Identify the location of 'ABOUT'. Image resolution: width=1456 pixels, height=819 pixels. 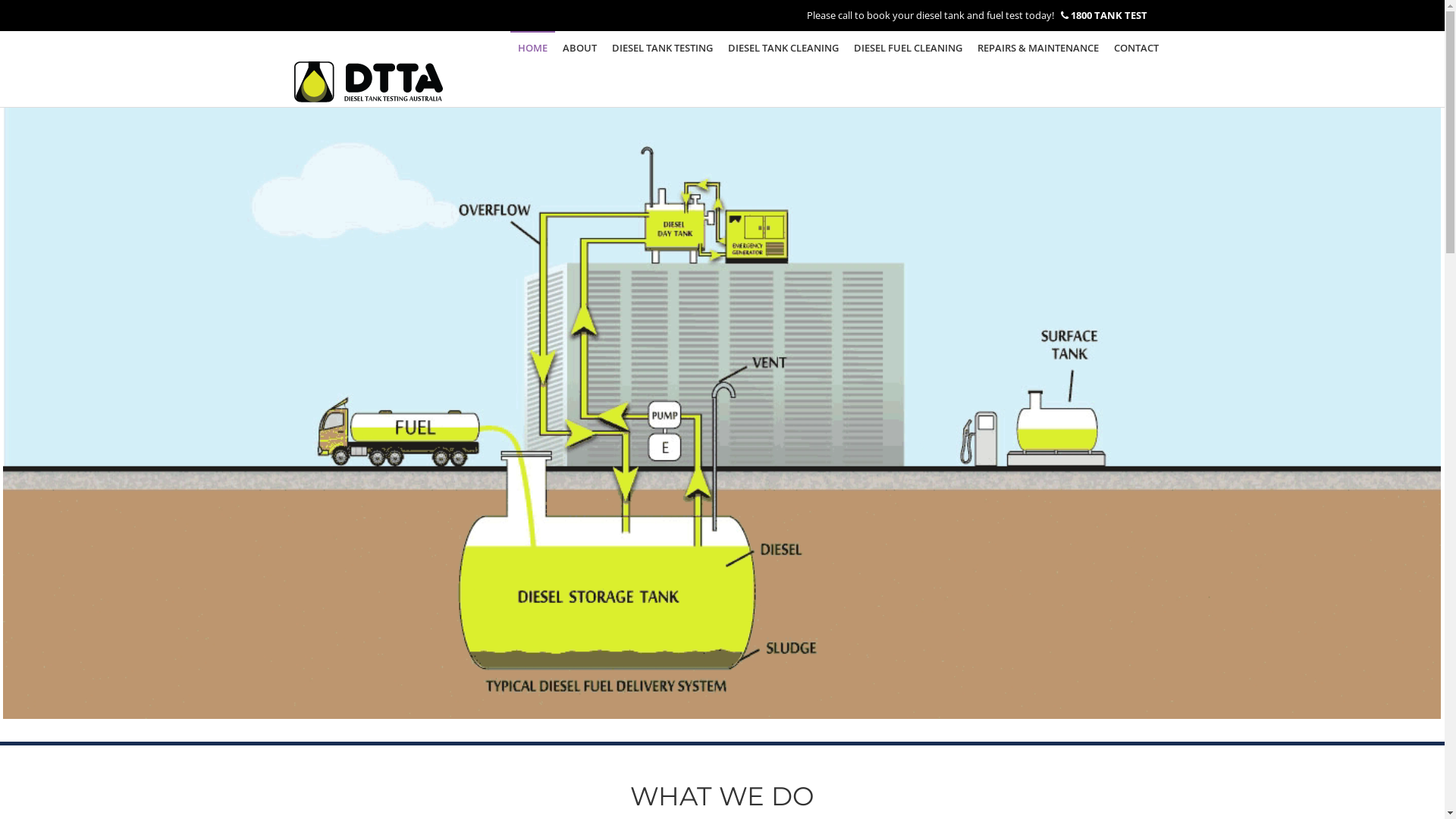
(579, 46).